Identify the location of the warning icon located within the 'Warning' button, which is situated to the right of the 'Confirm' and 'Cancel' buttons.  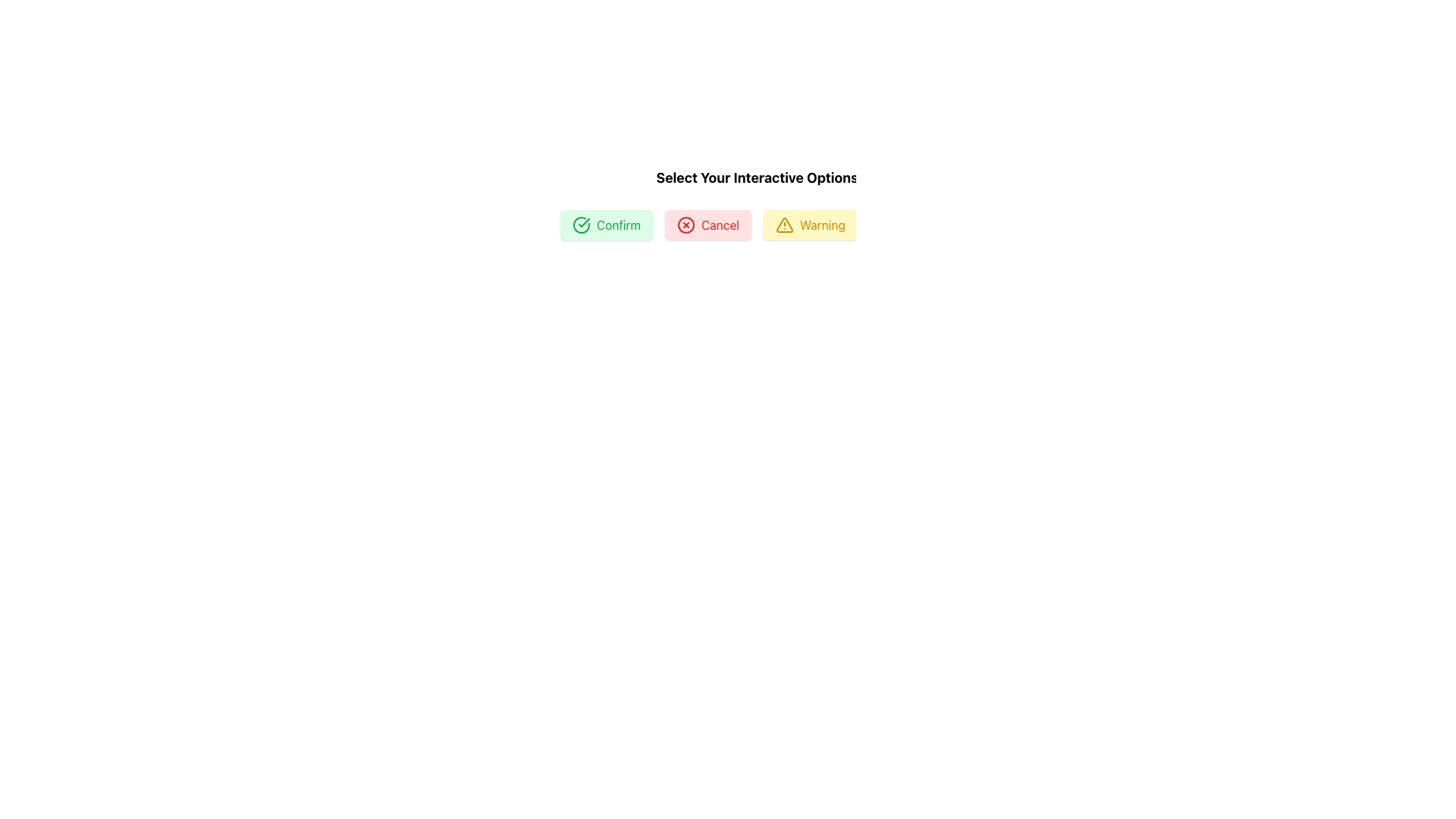
(784, 225).